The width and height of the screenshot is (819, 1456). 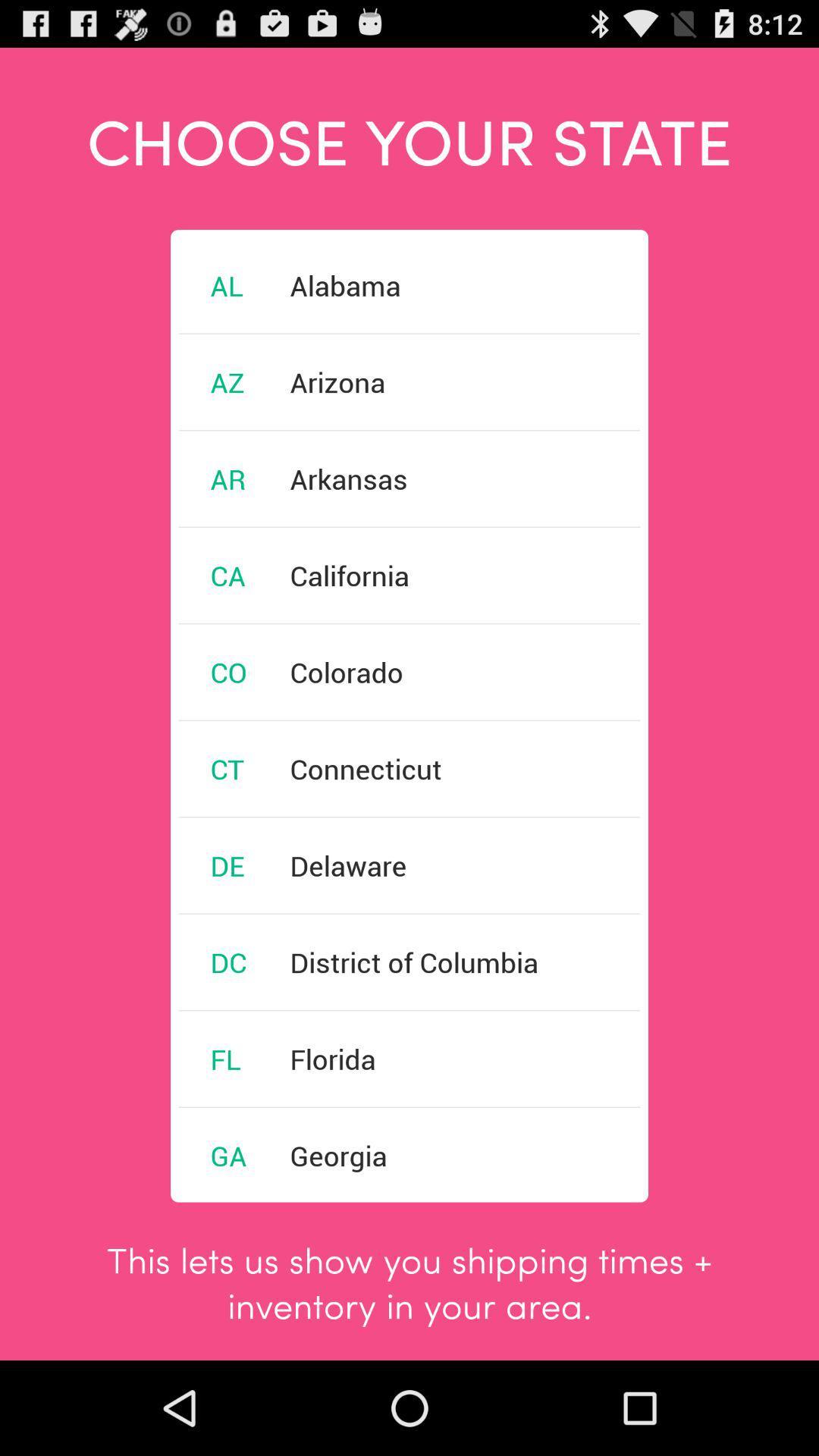 I want to click on item above the fl item, so click(x=228, y=961).